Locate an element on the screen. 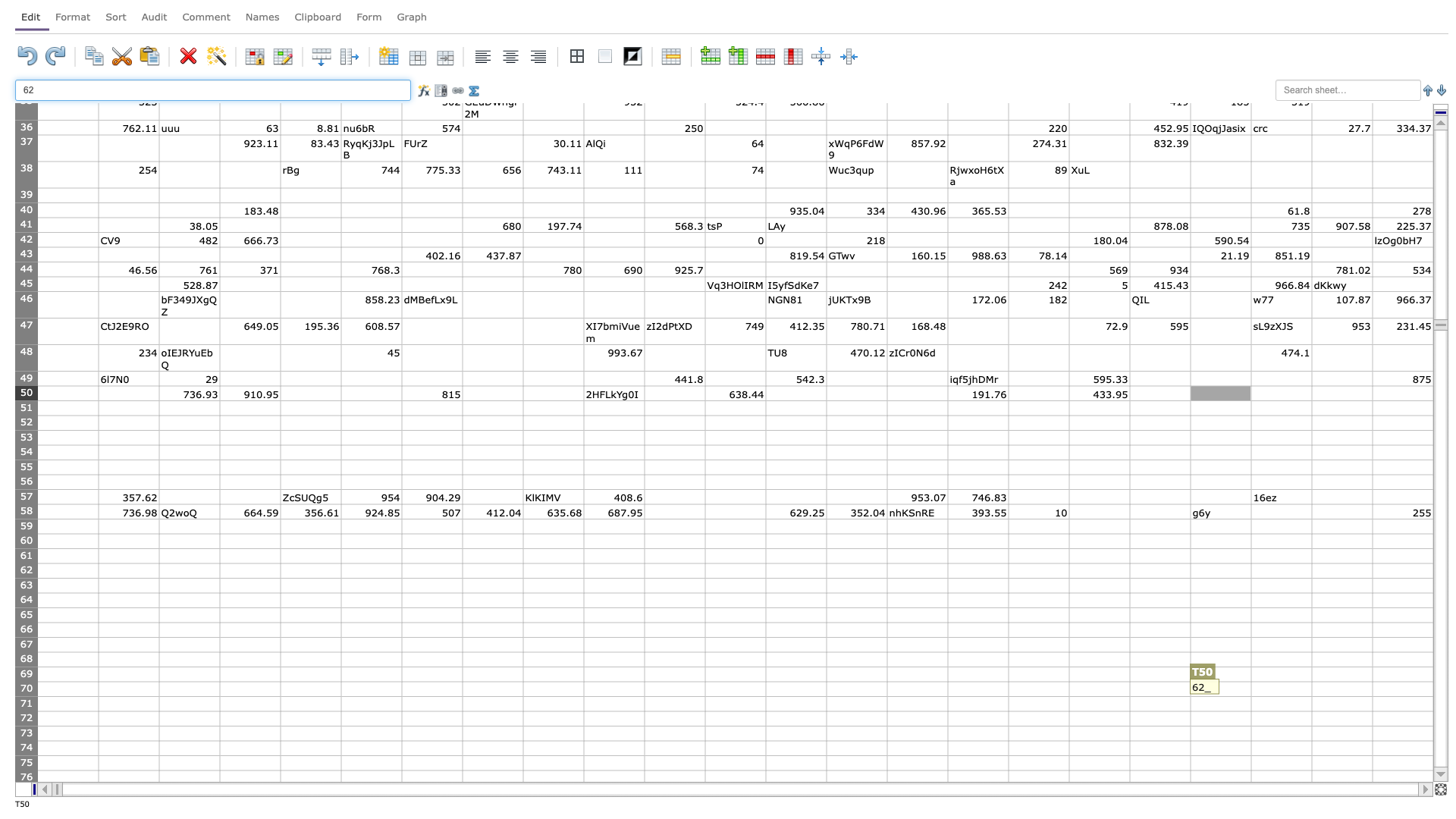 The width and height of the screenshot is (1456, 819). fill handle point of C71 is located at coordinates (218, 711).